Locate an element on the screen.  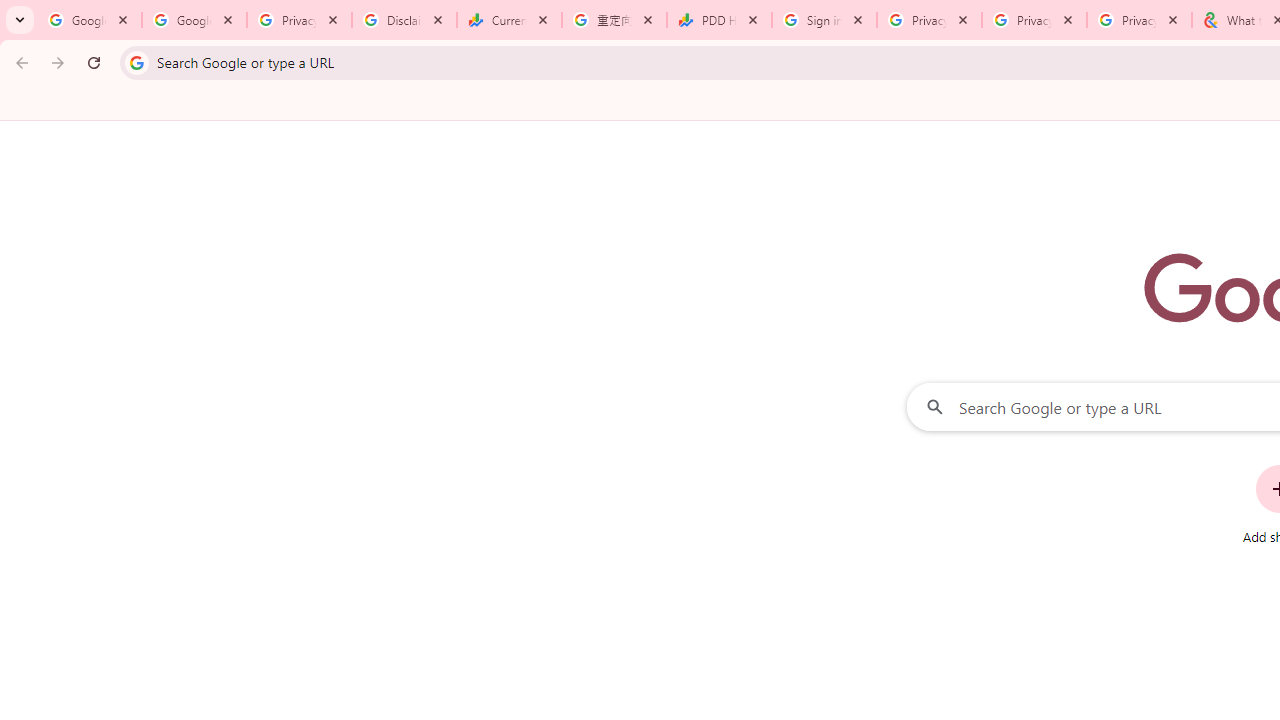
'Currencies - Google Finance' is located at coordinates (509, 20).